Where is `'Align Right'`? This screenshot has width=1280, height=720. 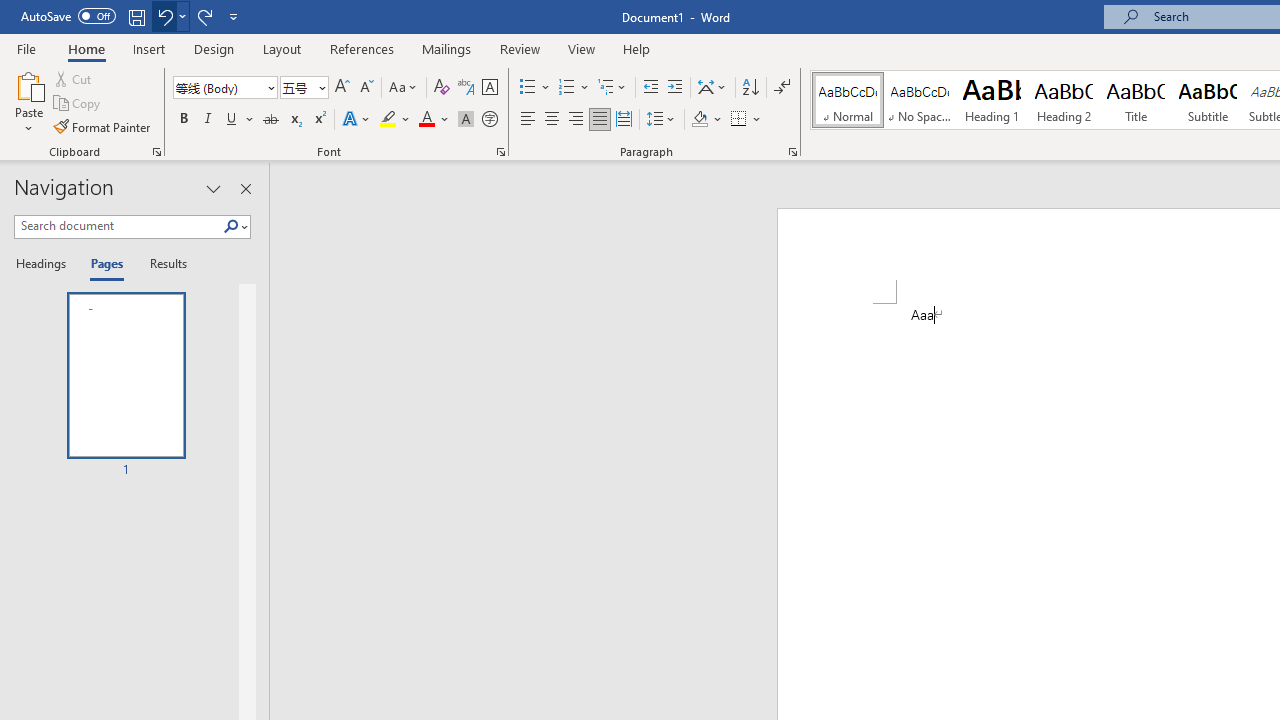
'Align Right' is located at coordinates (575, 119).